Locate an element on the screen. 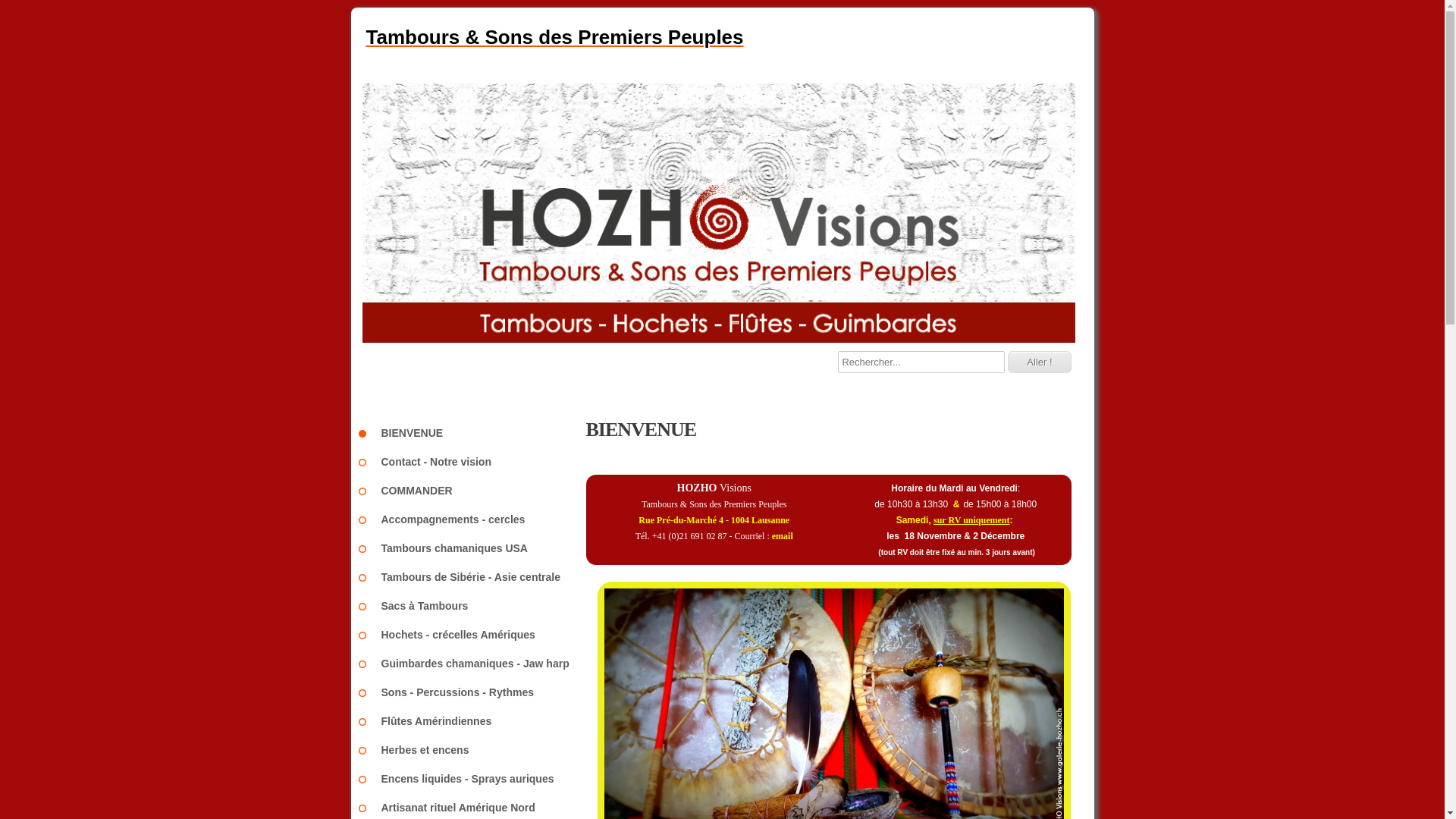  'Sons - Percussions - Rythmes' is located at coordinates (365, 692).